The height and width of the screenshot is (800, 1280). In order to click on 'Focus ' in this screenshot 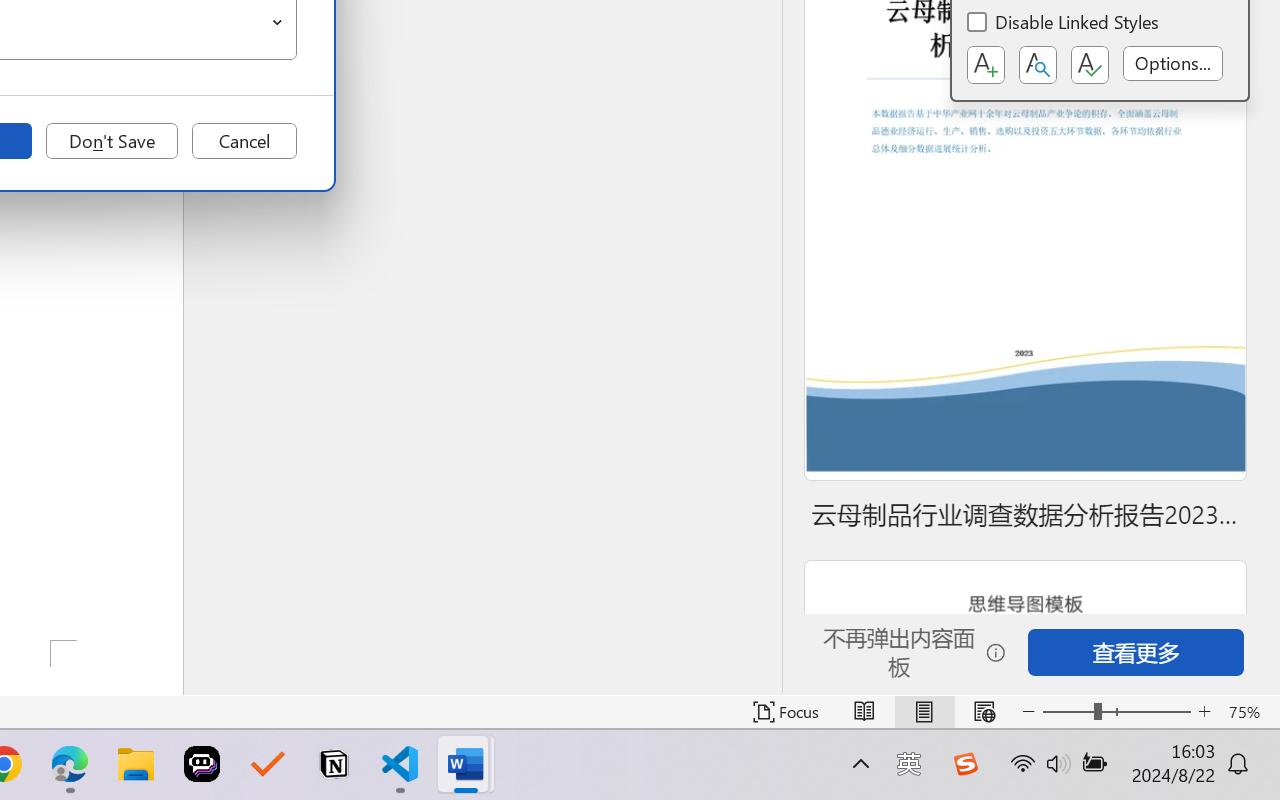, I will do `click(785, 711)`.